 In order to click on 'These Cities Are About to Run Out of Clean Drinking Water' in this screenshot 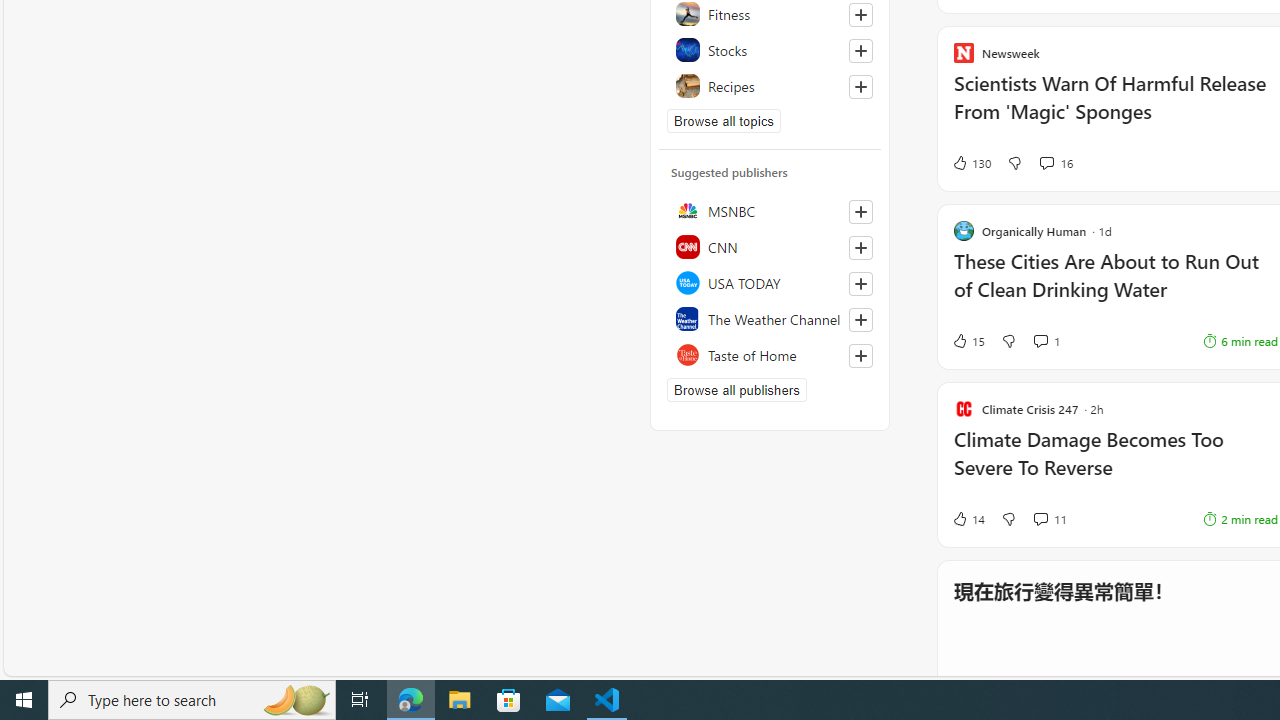, I will do `click(1114, 285)`.